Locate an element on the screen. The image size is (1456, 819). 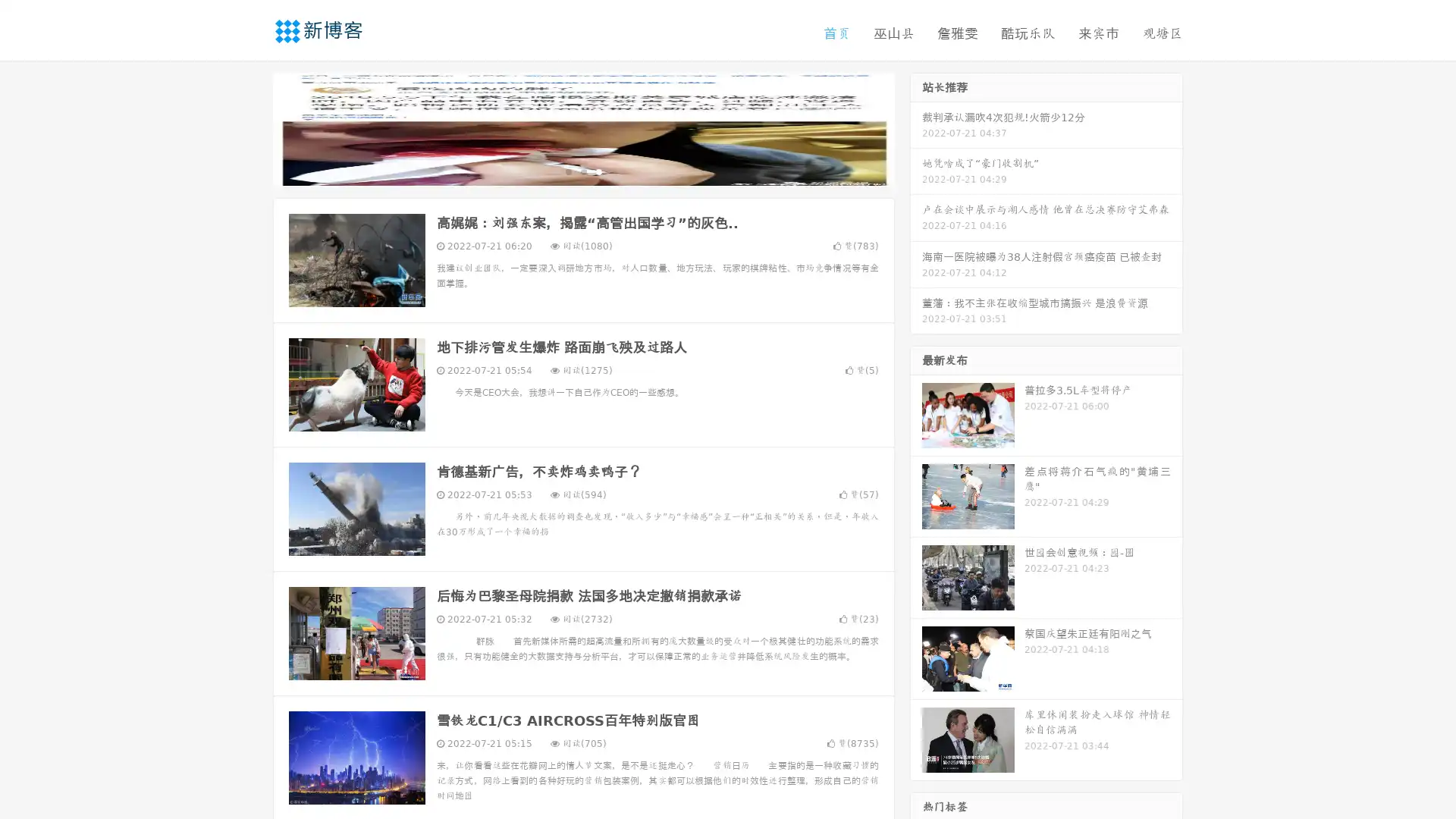
Next slide is located at coordinates (916, 127).